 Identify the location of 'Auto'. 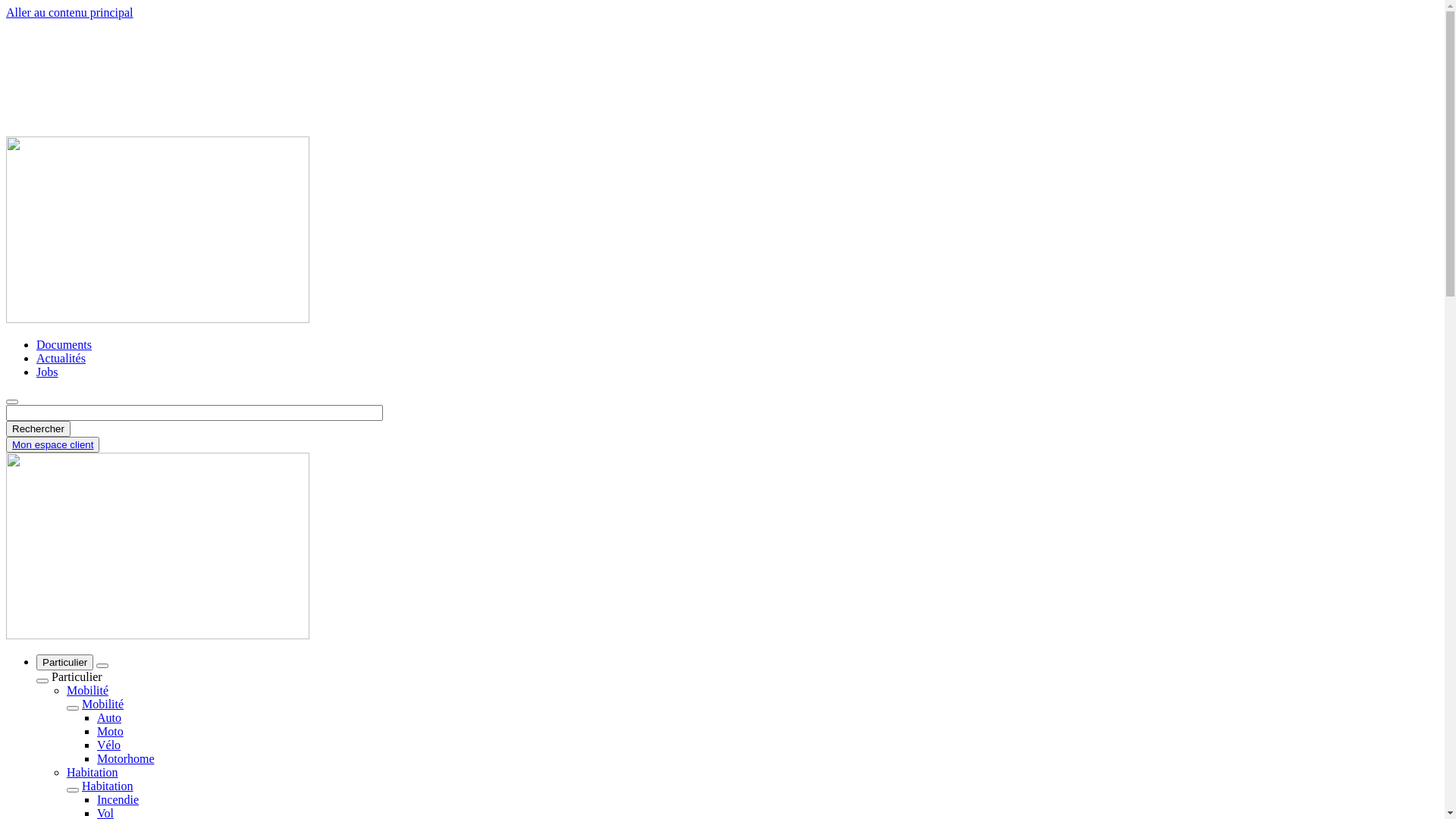
(96, 717).